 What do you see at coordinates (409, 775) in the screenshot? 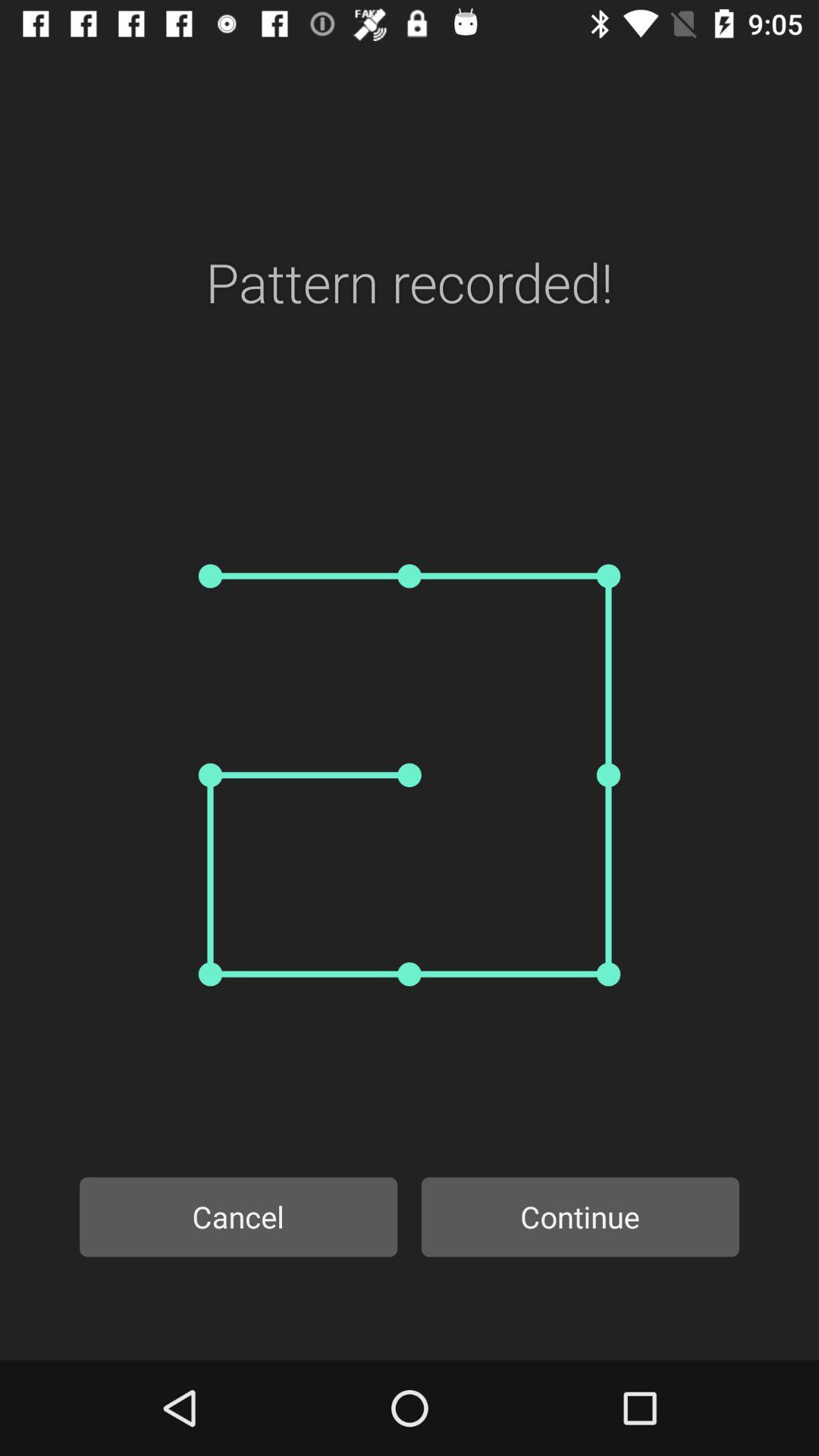
I see `the item at the center` at bounding box center [409, 775].